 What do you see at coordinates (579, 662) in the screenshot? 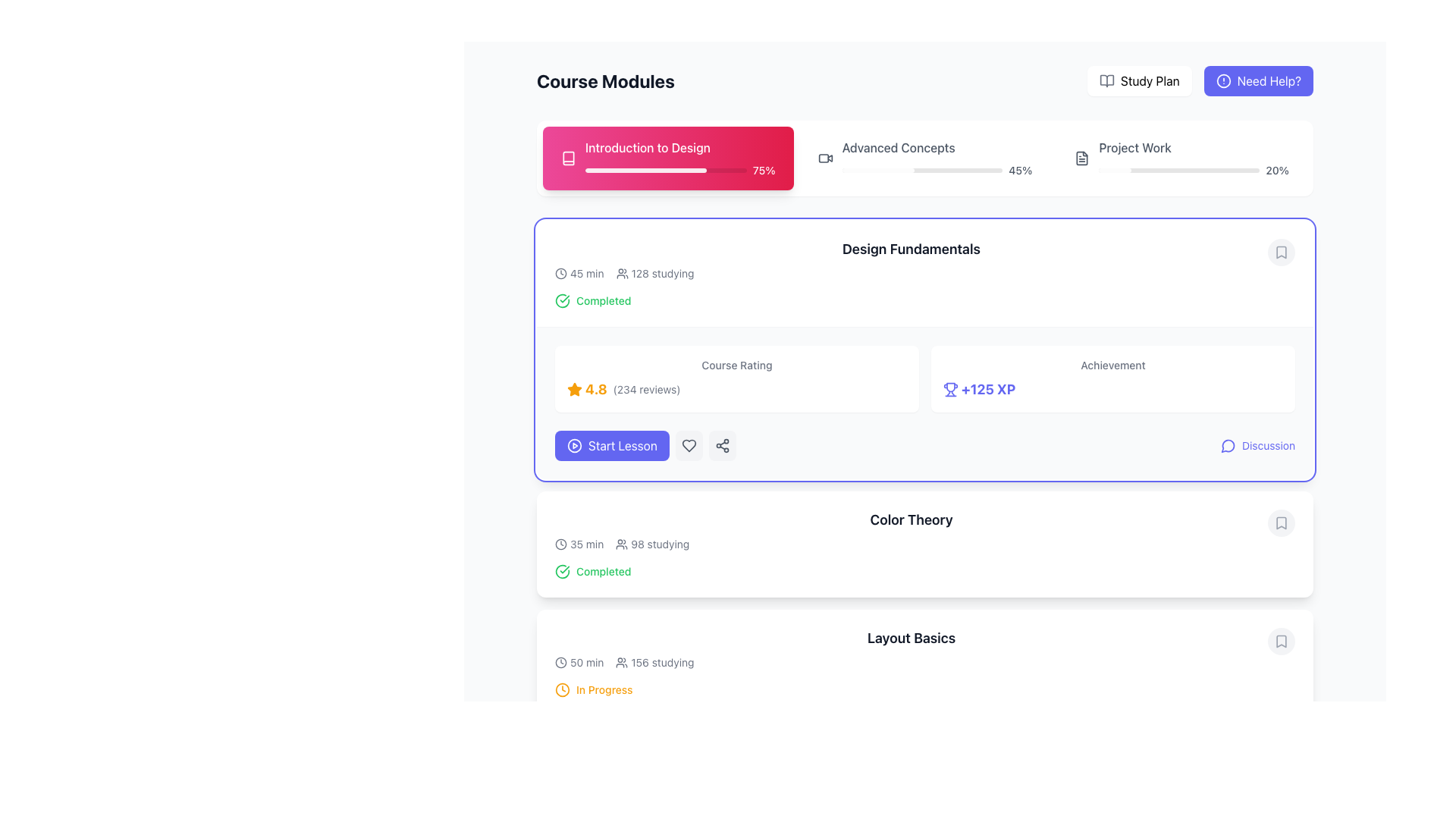
I see `the informational text label displaying '50 minutes' for the 'Layout Basics' course module` at bounding box center [579, 662].